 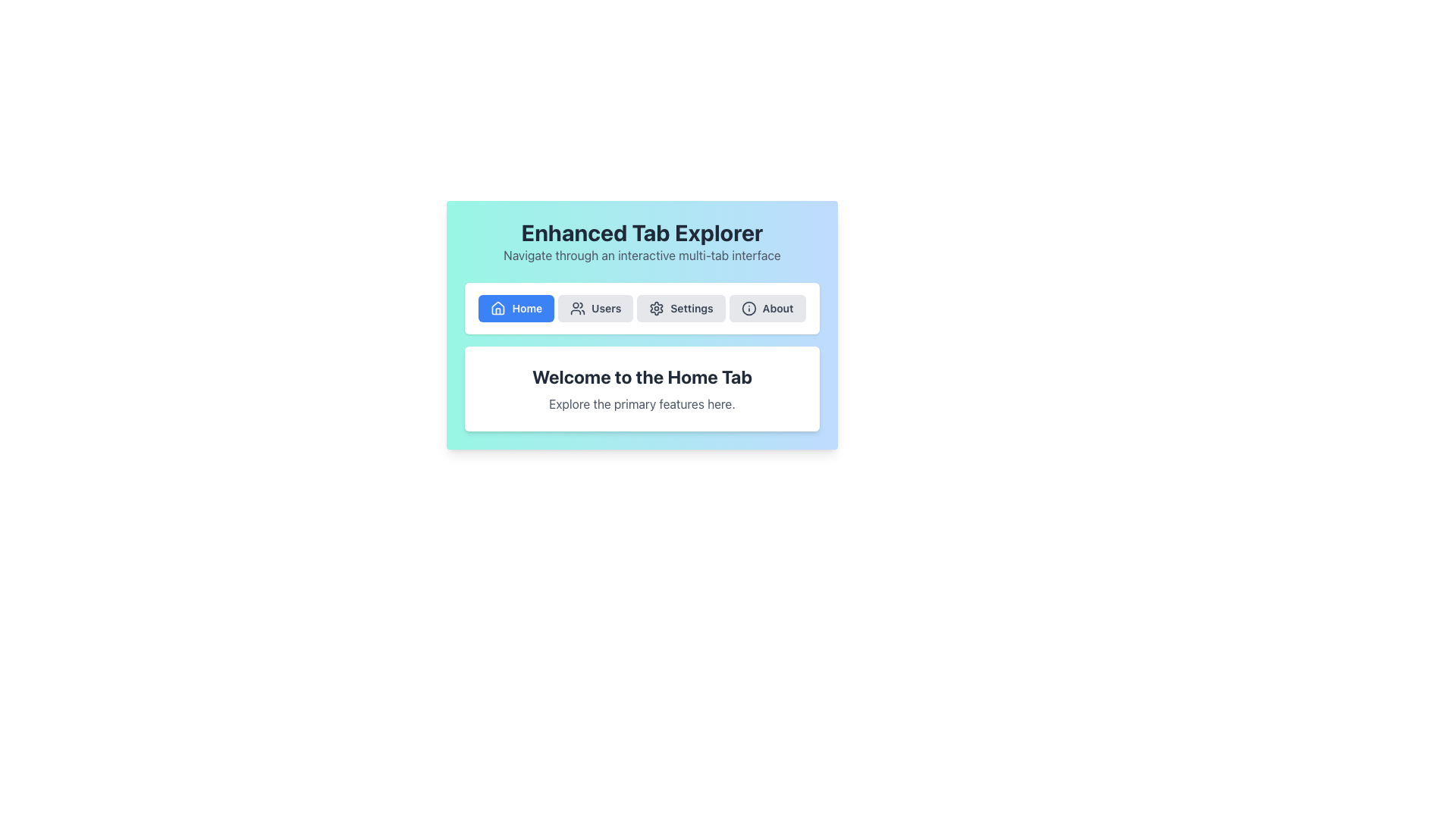 What do you see at coordinates (657, 308) in the screenshot?
I see `the gear icon representing settings functionality, which is located to the left of the text 'Settings' in the third option of the horizontal navigation bar` at bounding box center [657, 308].